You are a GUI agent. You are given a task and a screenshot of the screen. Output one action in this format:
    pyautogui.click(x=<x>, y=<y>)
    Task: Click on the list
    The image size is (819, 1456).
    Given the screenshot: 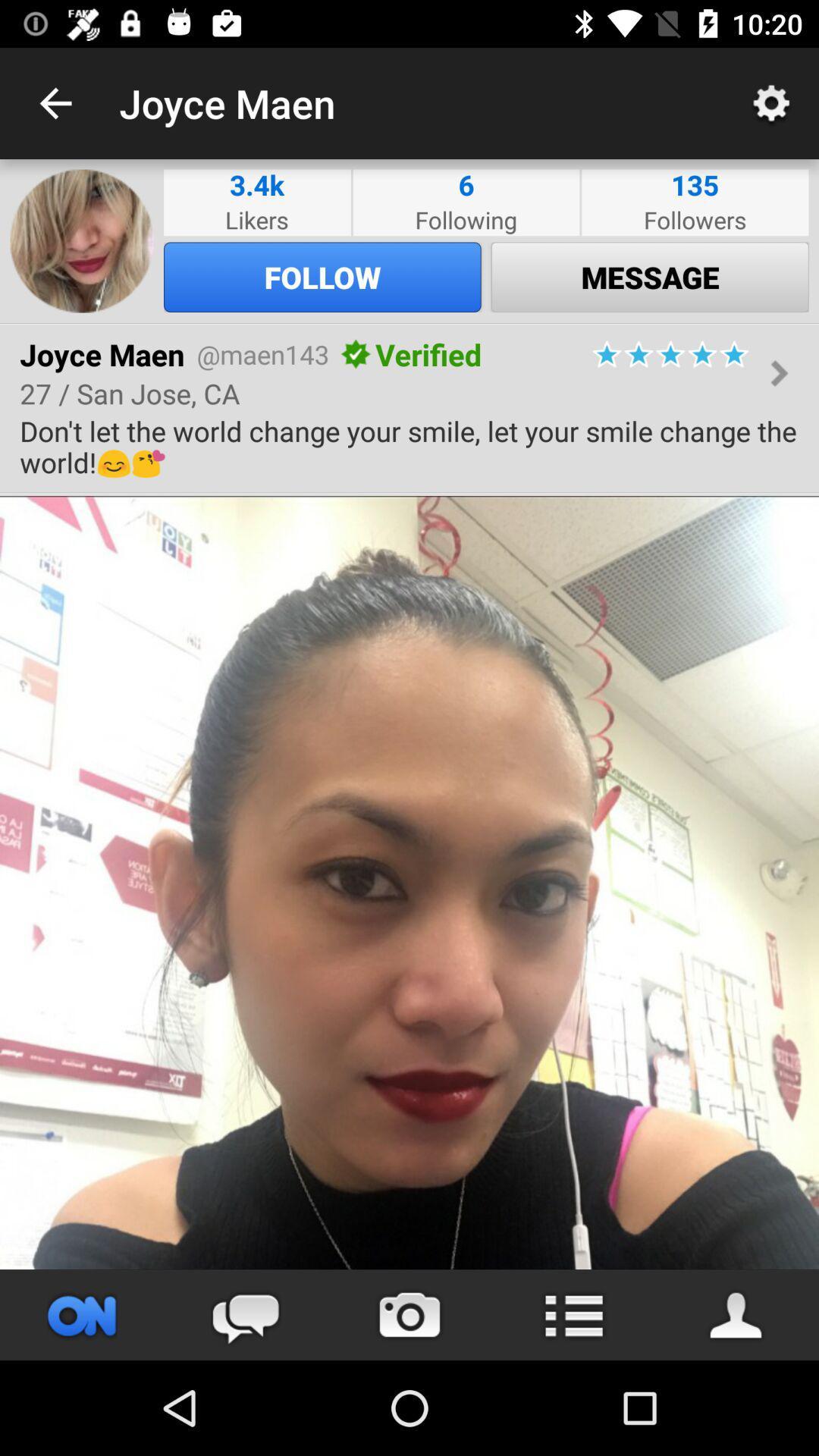 What is the action you would take?
    pyautogui.click(x=573, y=1314)
    